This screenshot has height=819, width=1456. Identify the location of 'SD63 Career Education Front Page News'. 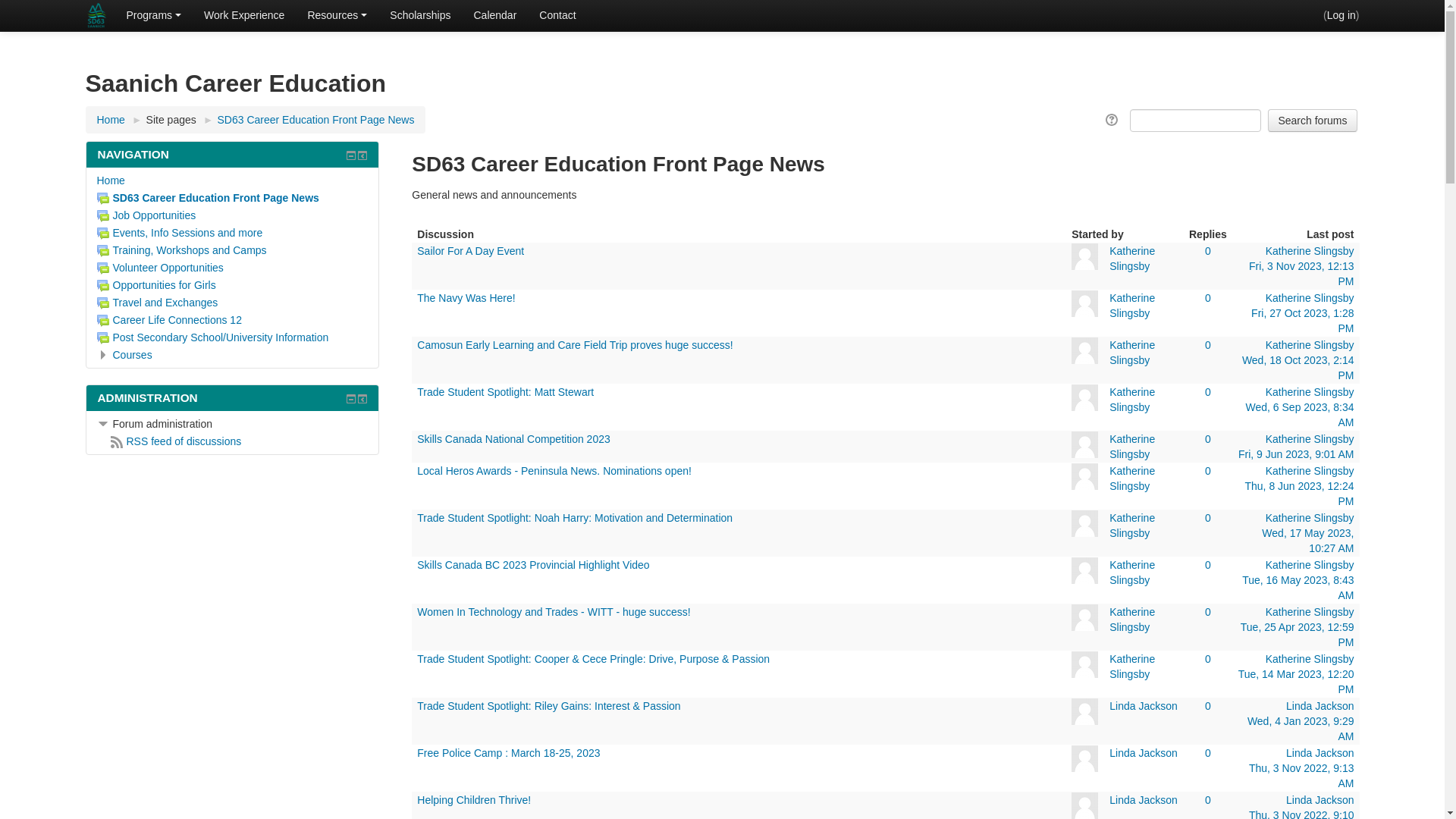
(207, 197).